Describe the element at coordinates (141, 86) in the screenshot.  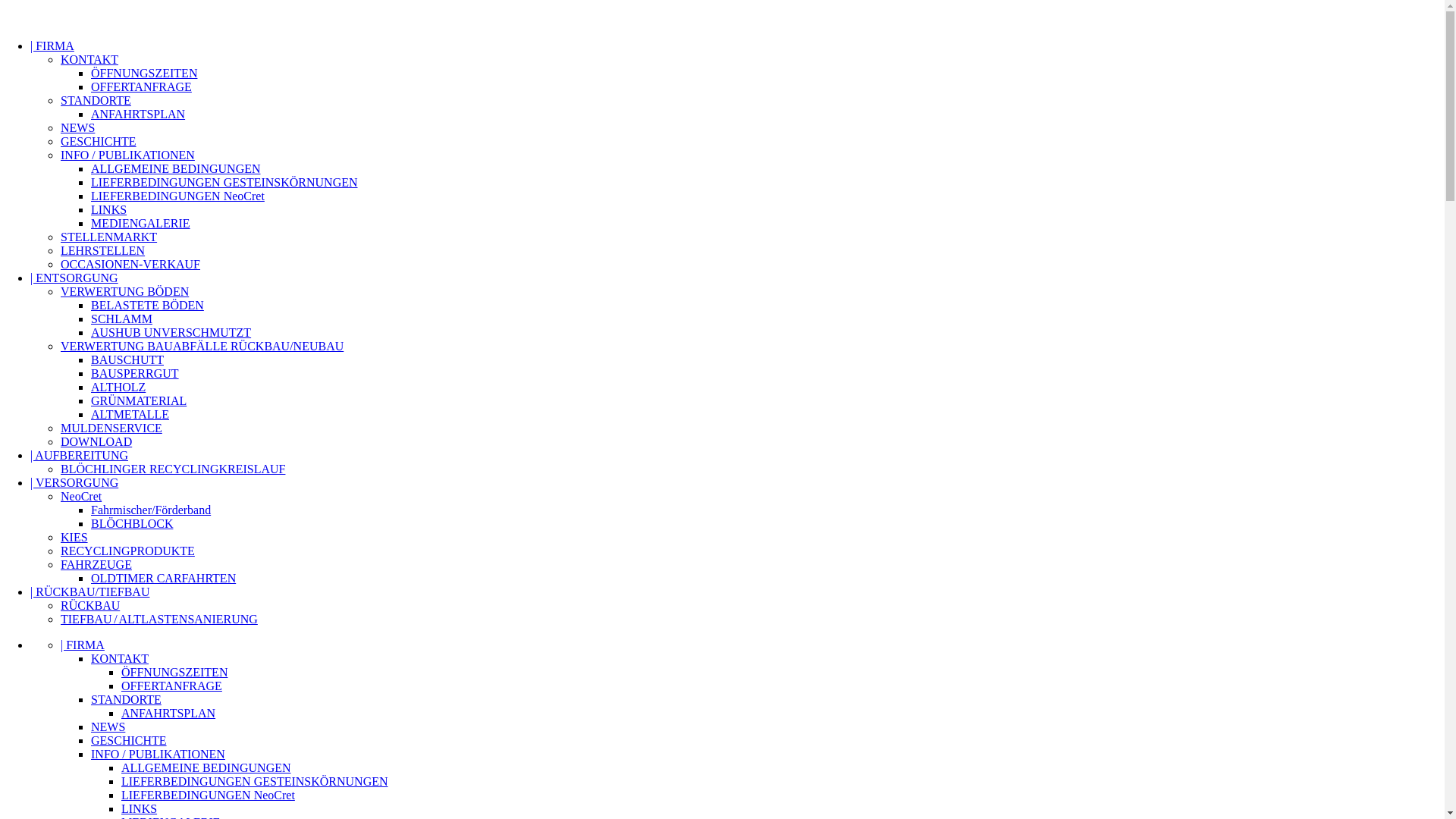
I see `'OFFERTANFRAGE'` at that location.